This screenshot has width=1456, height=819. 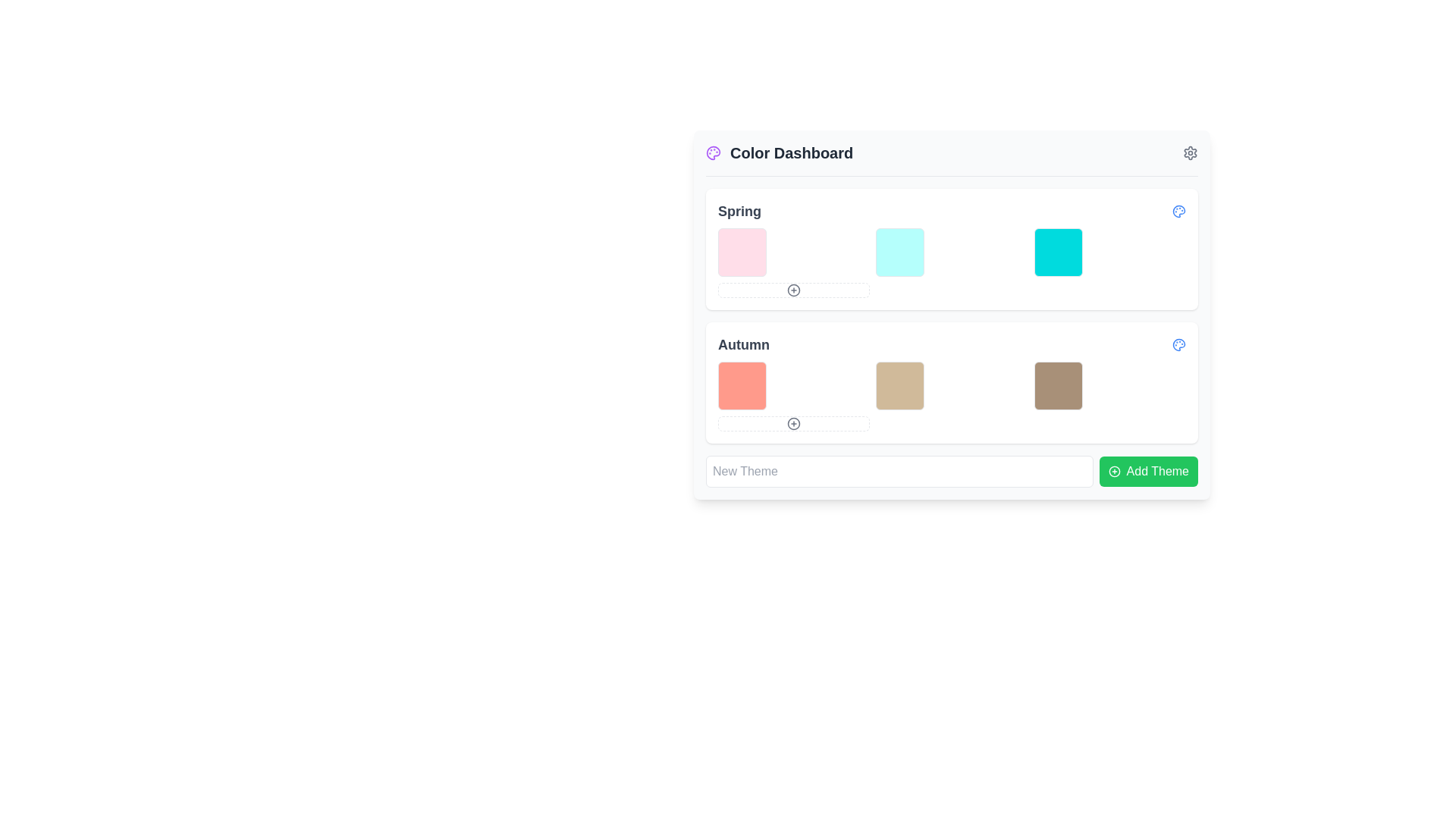 I want to click on the button with a circle plus icon located in the Autumn section of the Color Dashboard, so click(x=793, y=424).